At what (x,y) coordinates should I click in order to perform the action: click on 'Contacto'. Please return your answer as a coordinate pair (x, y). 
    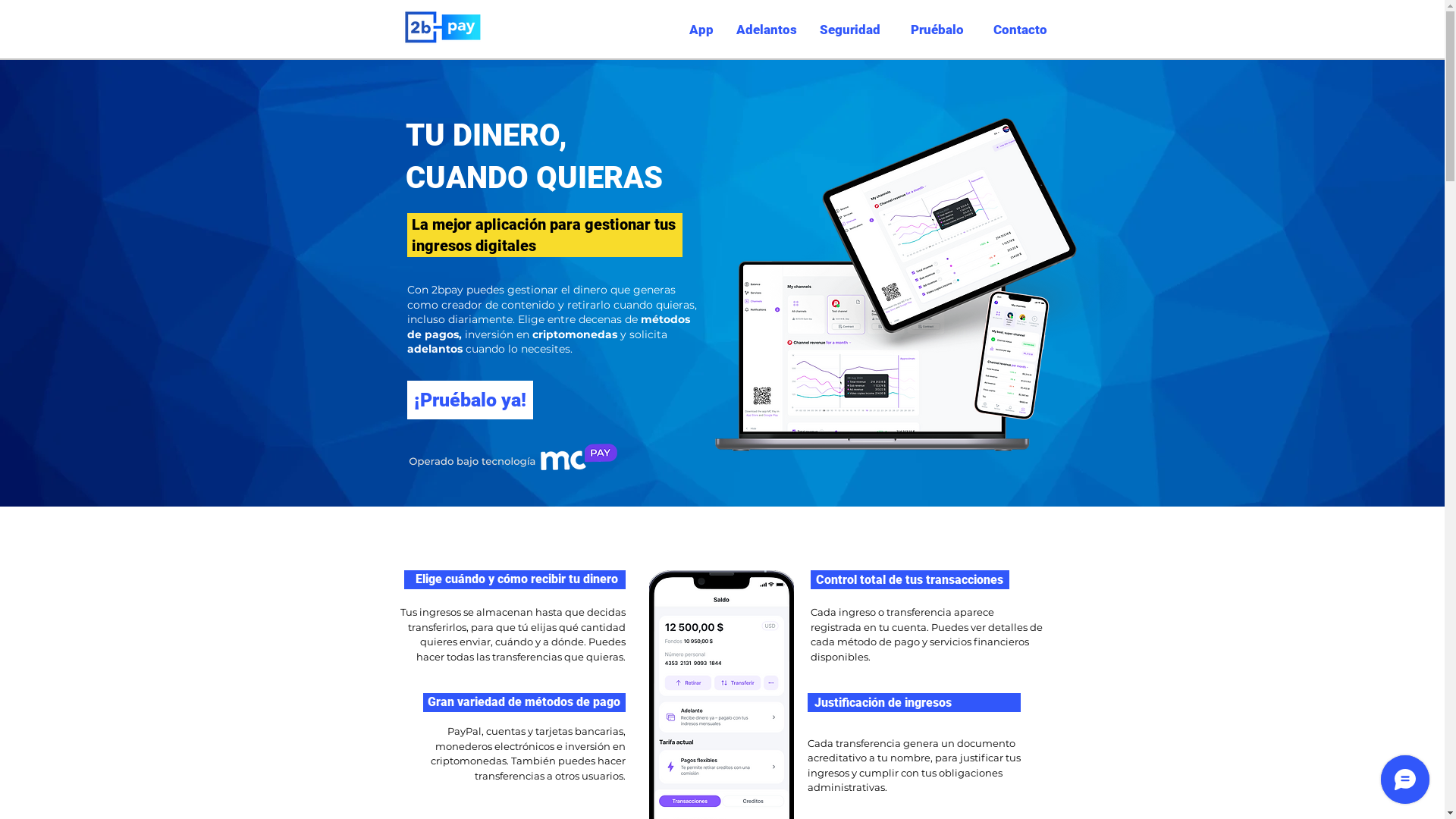
    Looking at the image, I should click on (1016, 29).